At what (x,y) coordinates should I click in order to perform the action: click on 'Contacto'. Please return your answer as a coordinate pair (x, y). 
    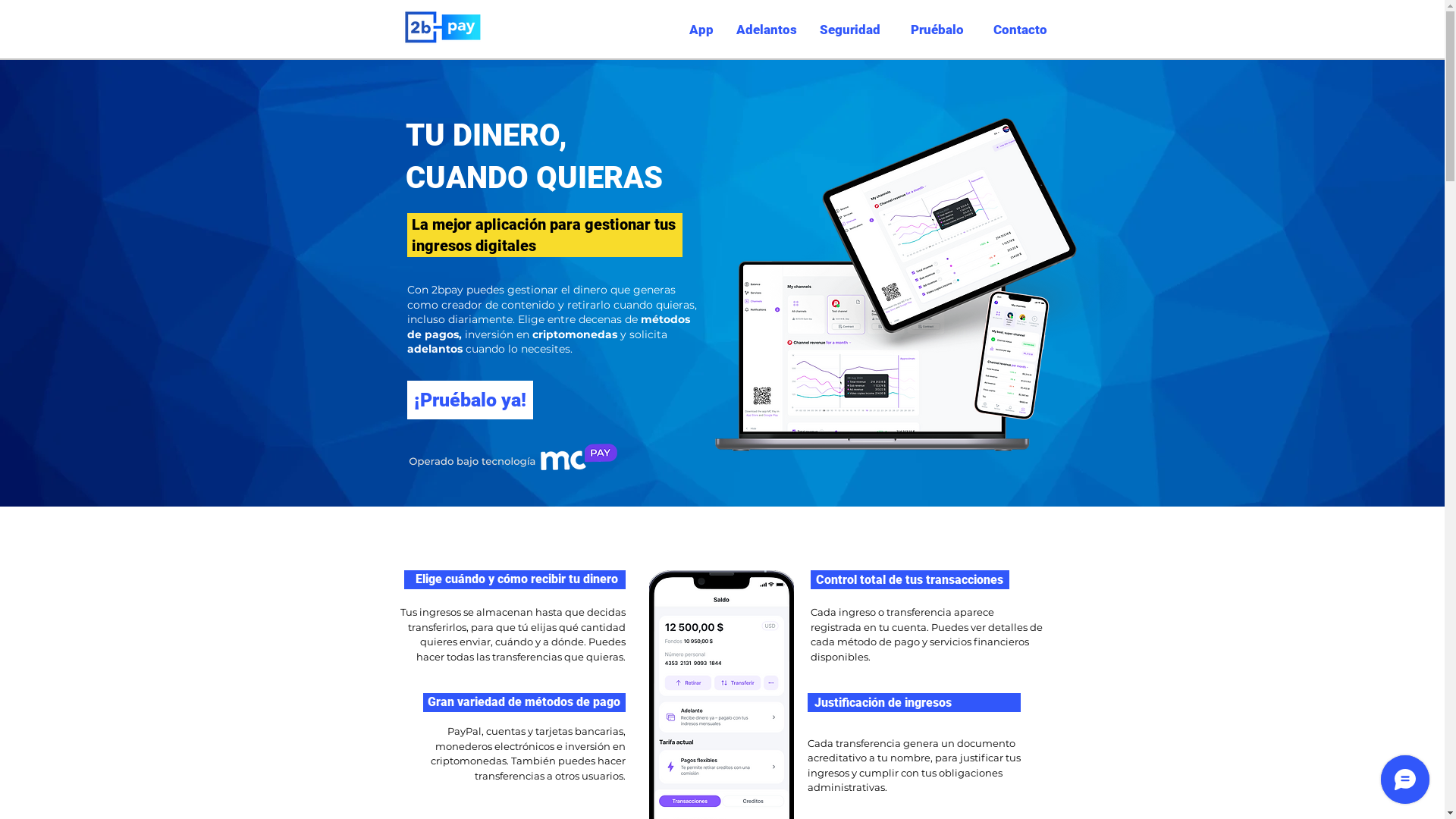
    Looking at the image, I should click on (1016, 29).